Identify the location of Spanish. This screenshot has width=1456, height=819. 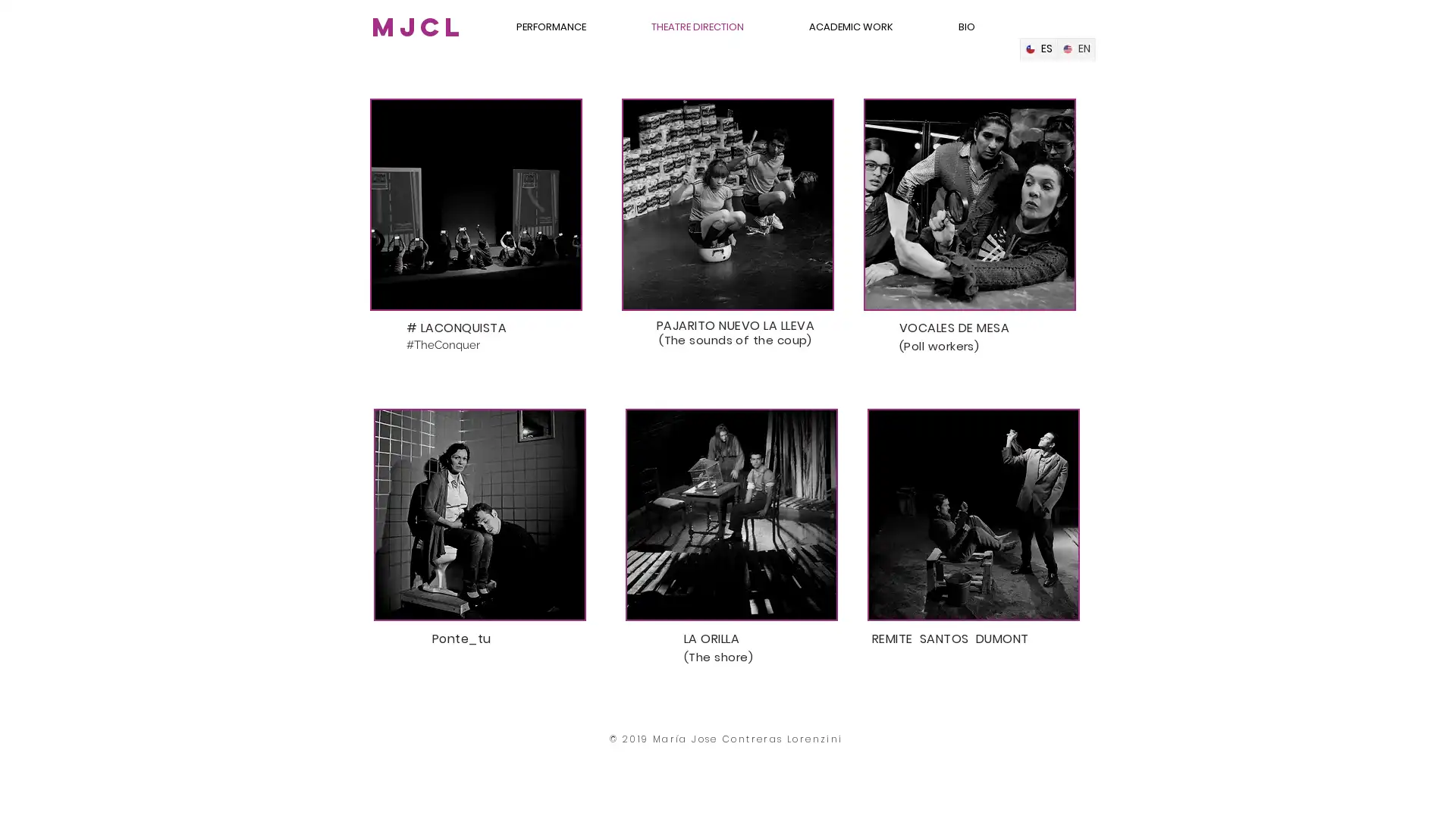
(1037, 49).